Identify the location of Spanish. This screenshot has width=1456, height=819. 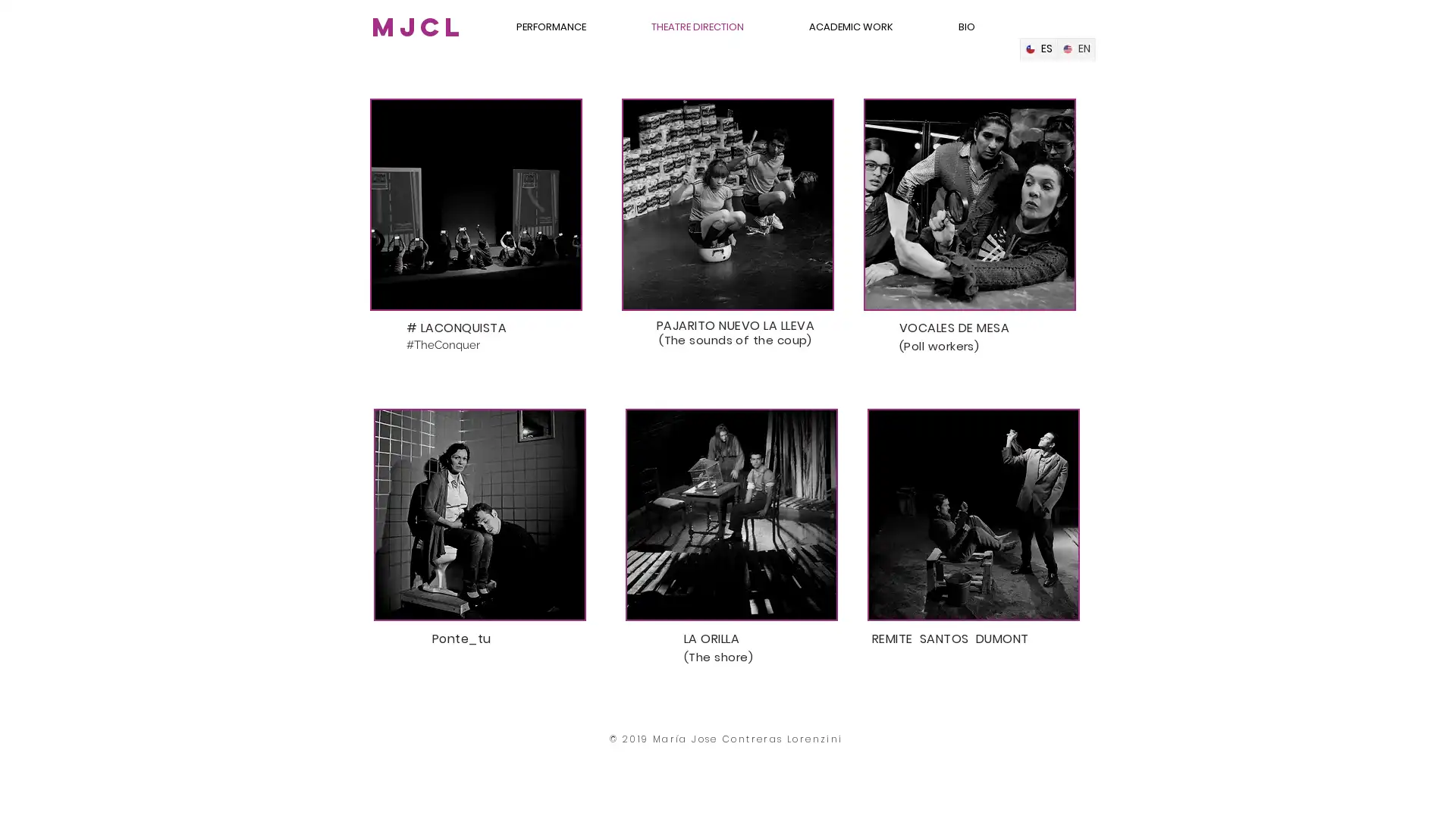
(1037, 49).